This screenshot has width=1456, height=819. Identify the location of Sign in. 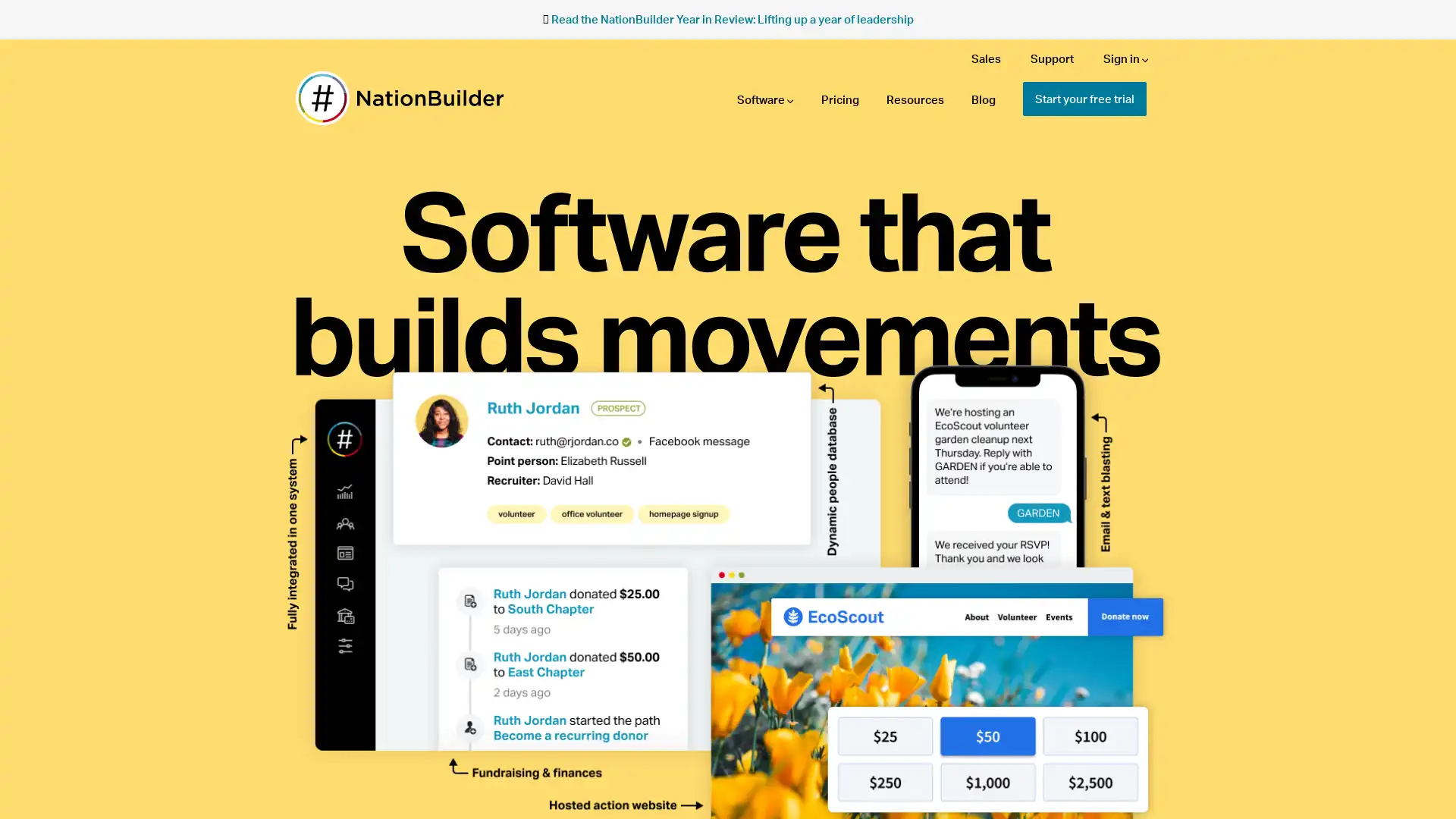
(1125, 58).